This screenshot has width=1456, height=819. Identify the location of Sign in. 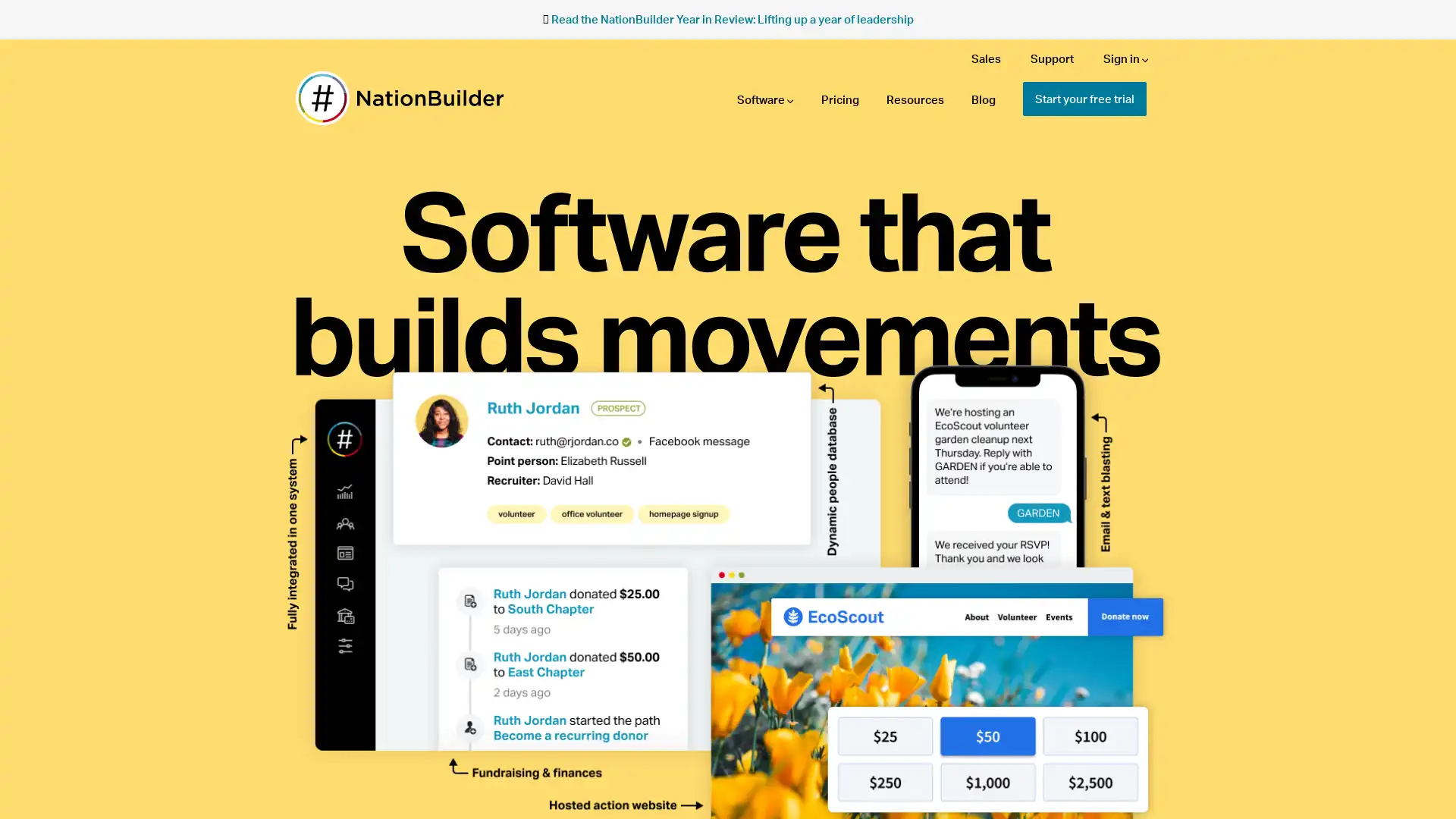
(1125, 58).